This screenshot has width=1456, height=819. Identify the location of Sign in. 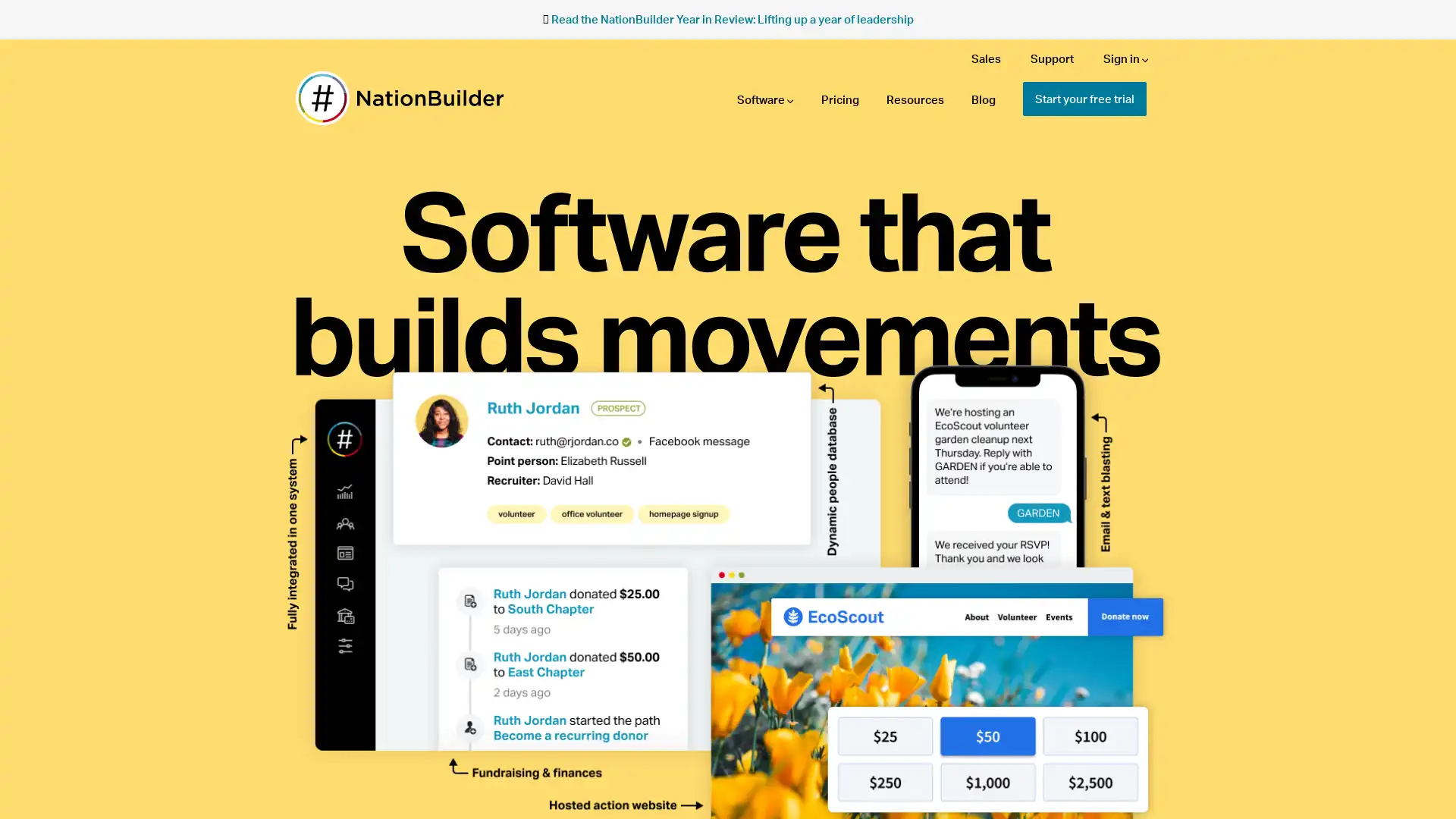
(1125, 58).